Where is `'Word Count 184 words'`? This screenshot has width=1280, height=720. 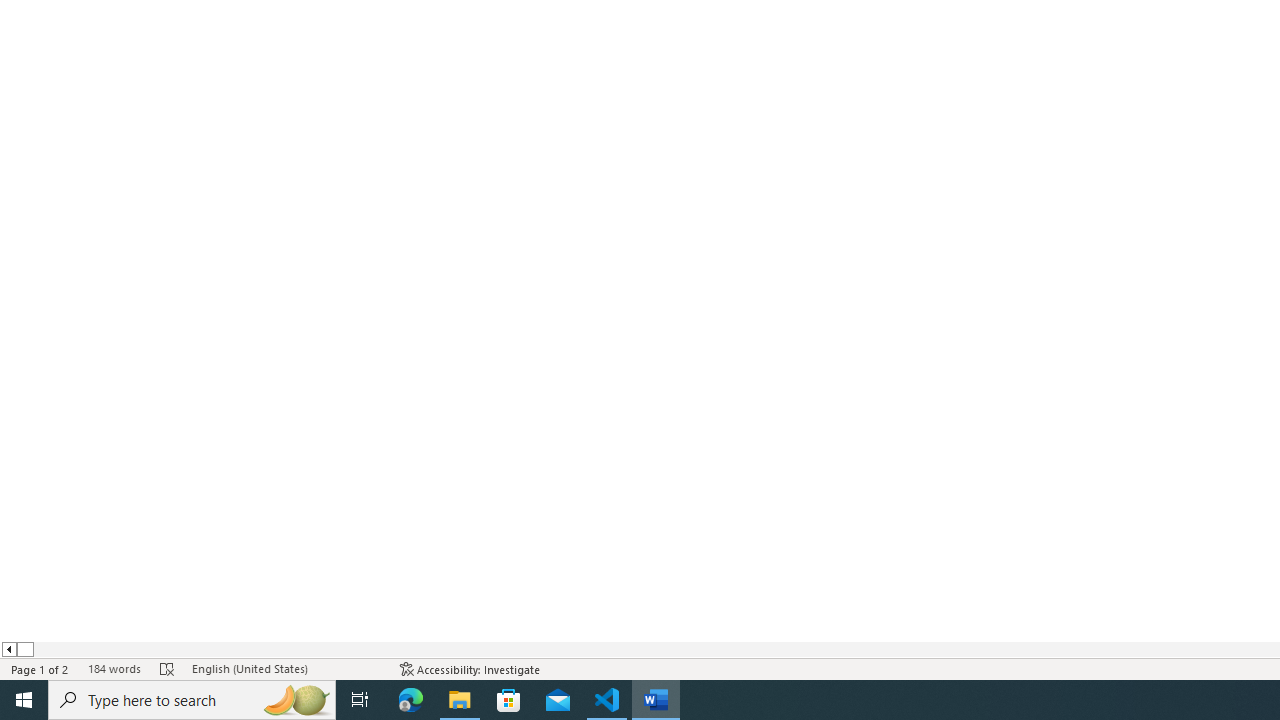
'Word Count 184 words' is located at coordinates (112, 669).